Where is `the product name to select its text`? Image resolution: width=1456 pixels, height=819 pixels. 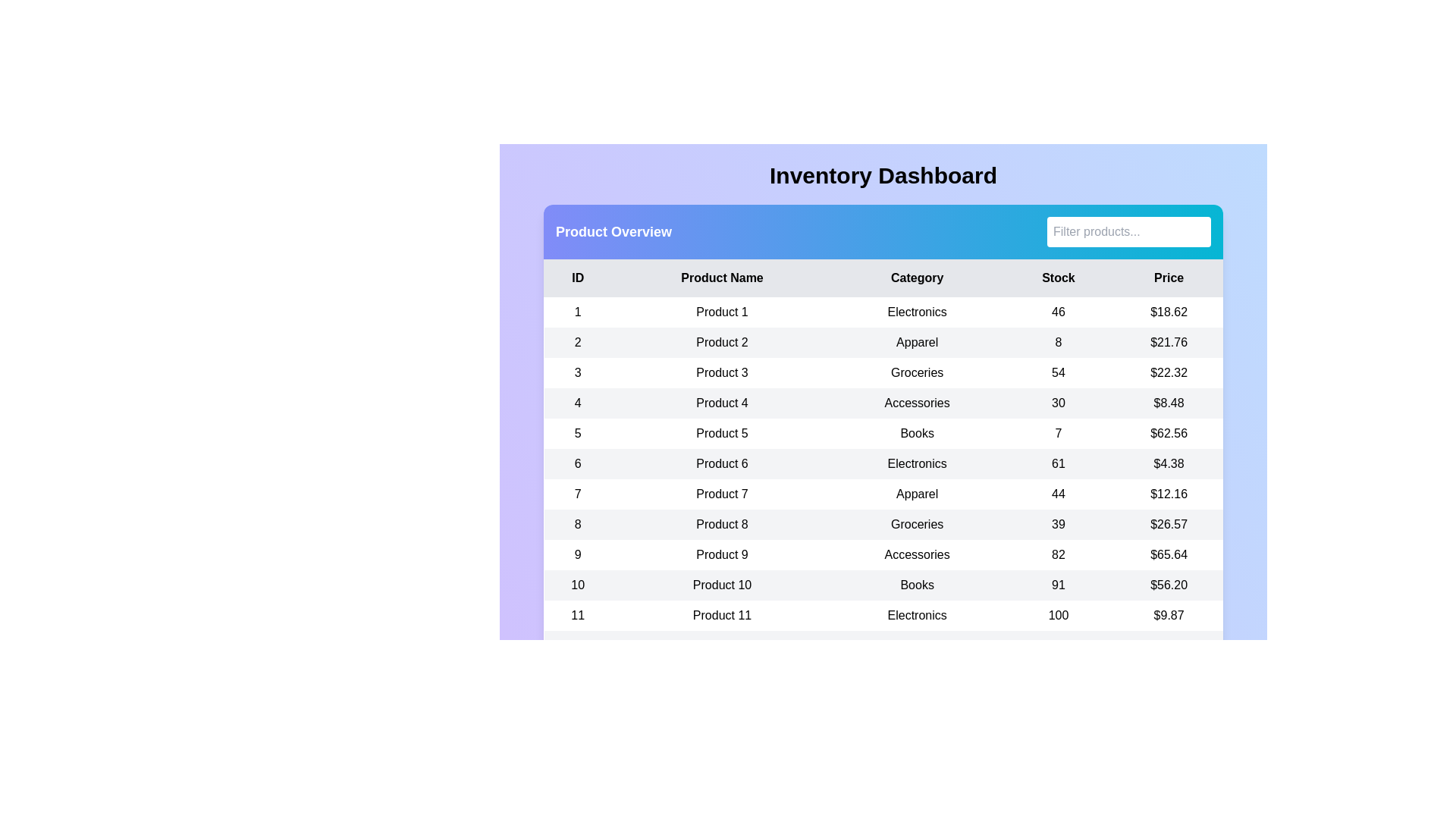
the product name to select its text is located at coordinates (720, 312).